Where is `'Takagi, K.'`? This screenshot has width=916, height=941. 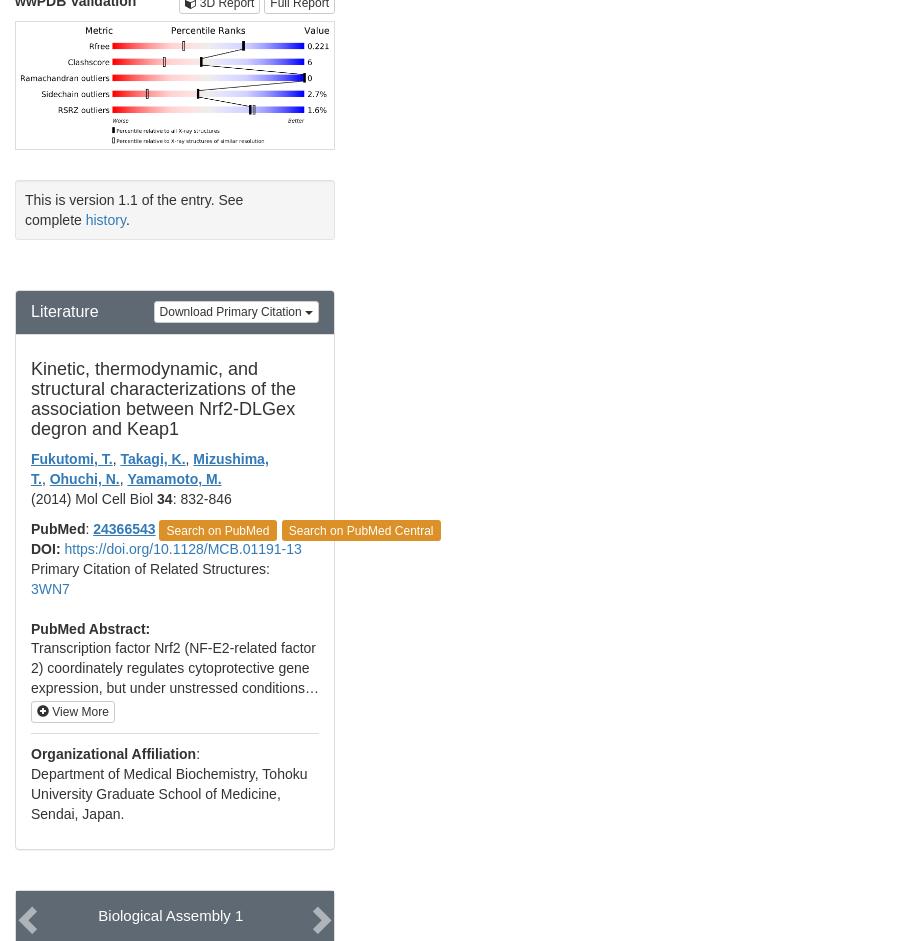
'Takagi, K.' is located at coordinates (119, 459).